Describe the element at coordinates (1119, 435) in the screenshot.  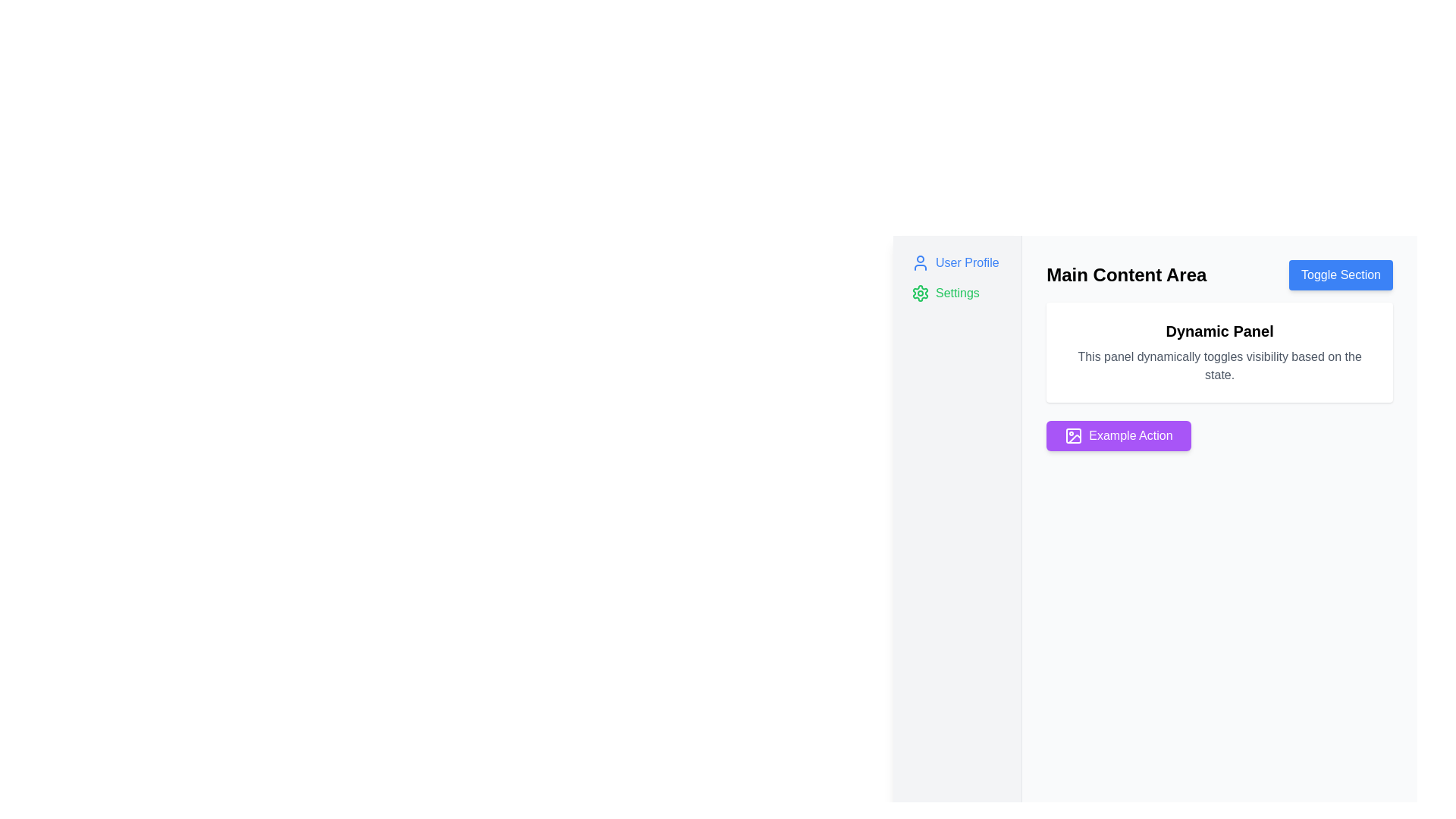
I see `the vibrant purple button labeled 'Example Action' with a picture frame icon` at that location.